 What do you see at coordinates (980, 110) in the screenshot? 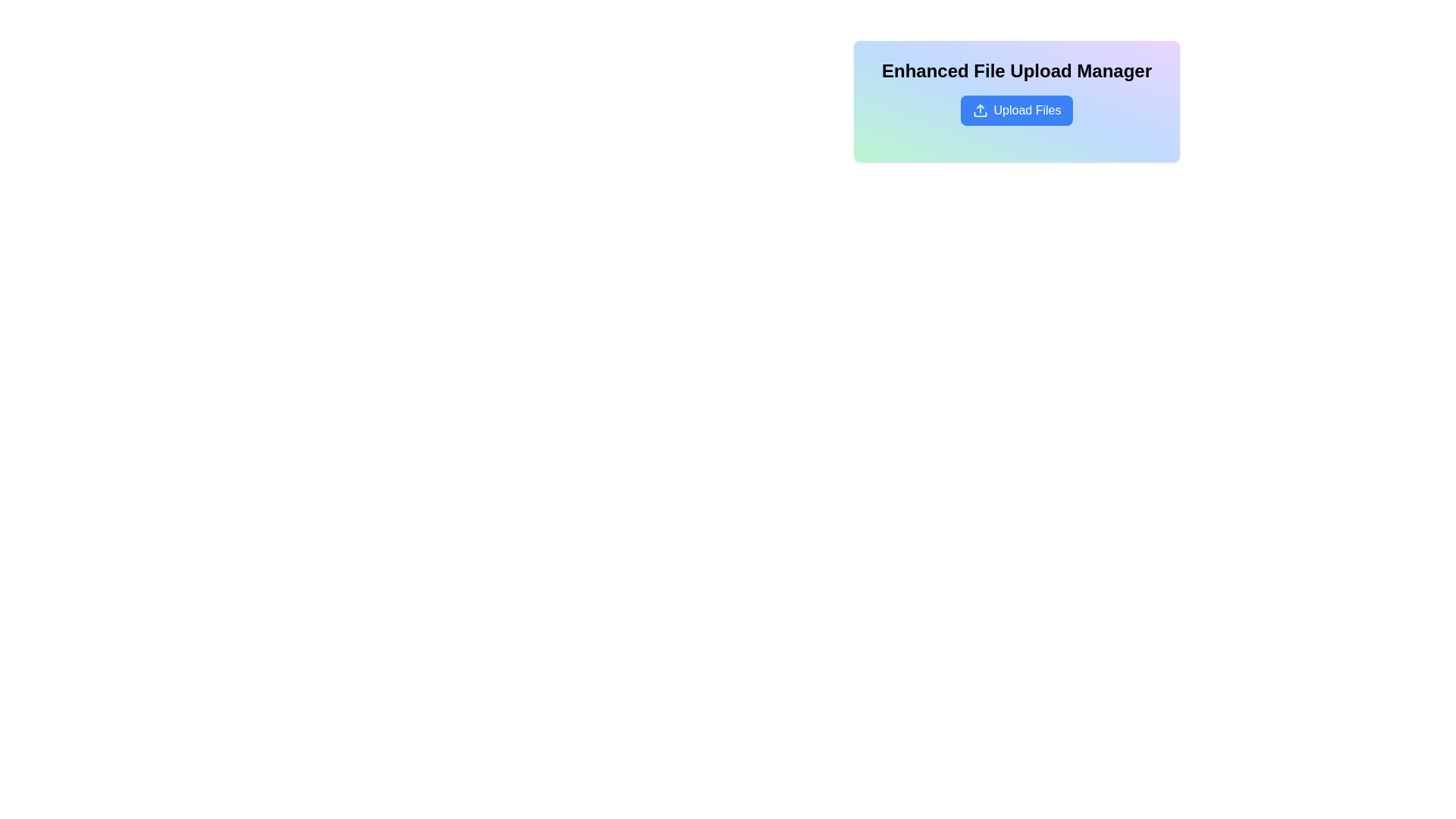
I see `the upload icon located to the left of the 'Upload Files' button, which visually represents the upload action` at bounding box center [980, 110].